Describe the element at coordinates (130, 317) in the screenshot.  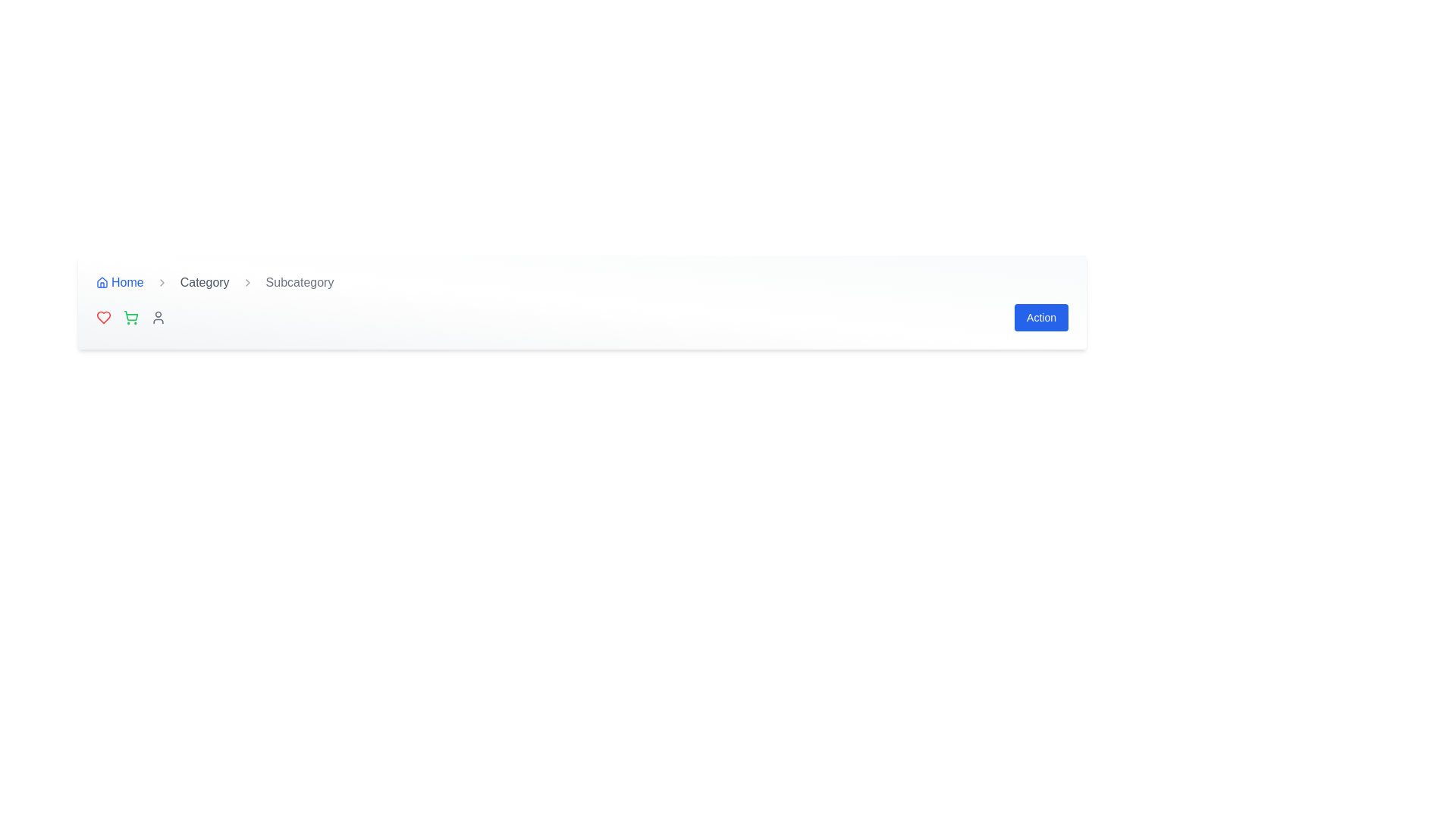
I see `the green shopping cart icon located in the top-left area of the interface` at that location.